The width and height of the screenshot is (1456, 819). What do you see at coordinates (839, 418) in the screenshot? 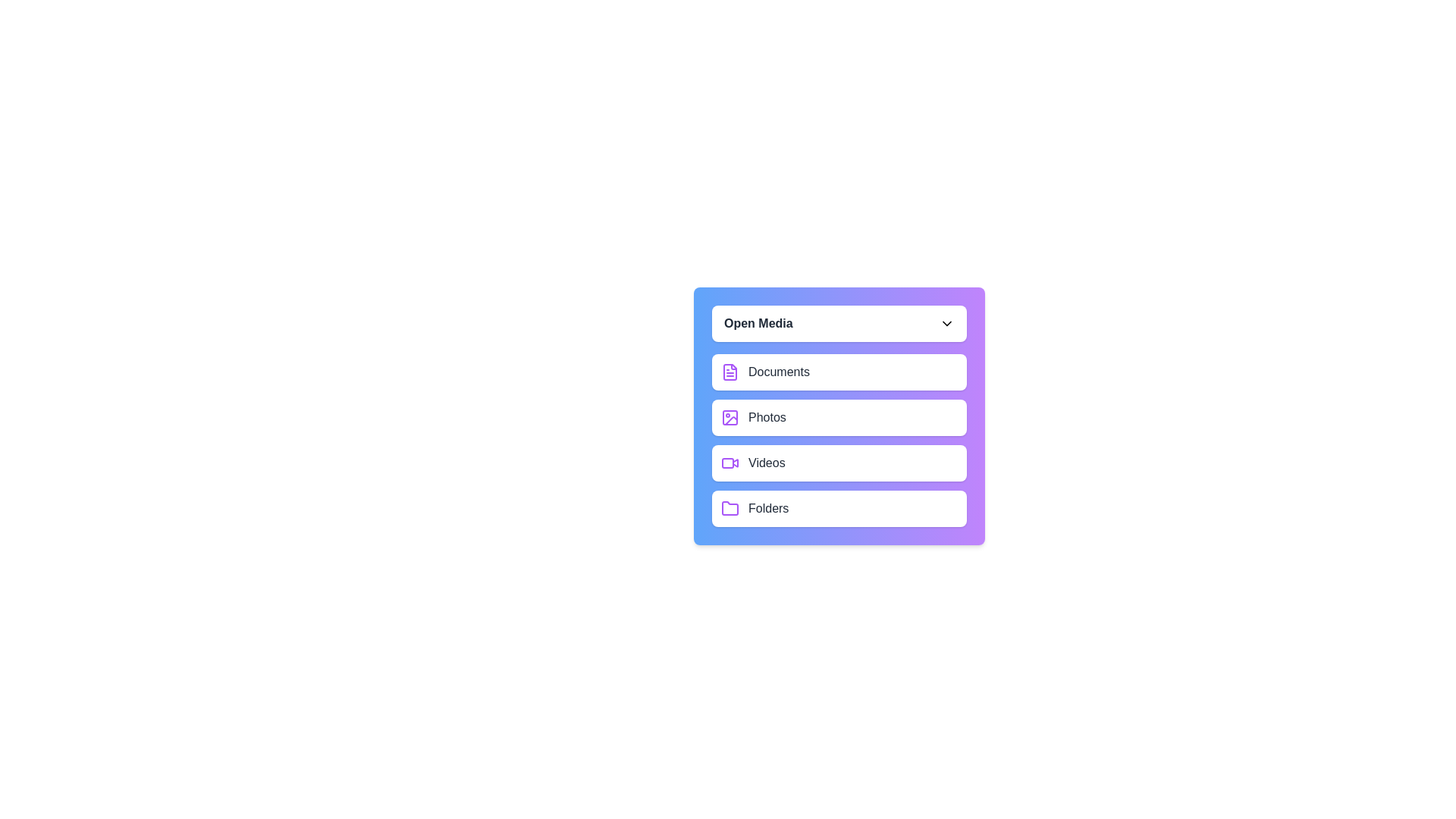
I see `the 'Photos' button, which is the second button in the 'Open Media' panel, located below the 'Documents' button and above the 'Videos' button` at bounding box center [839, 418].